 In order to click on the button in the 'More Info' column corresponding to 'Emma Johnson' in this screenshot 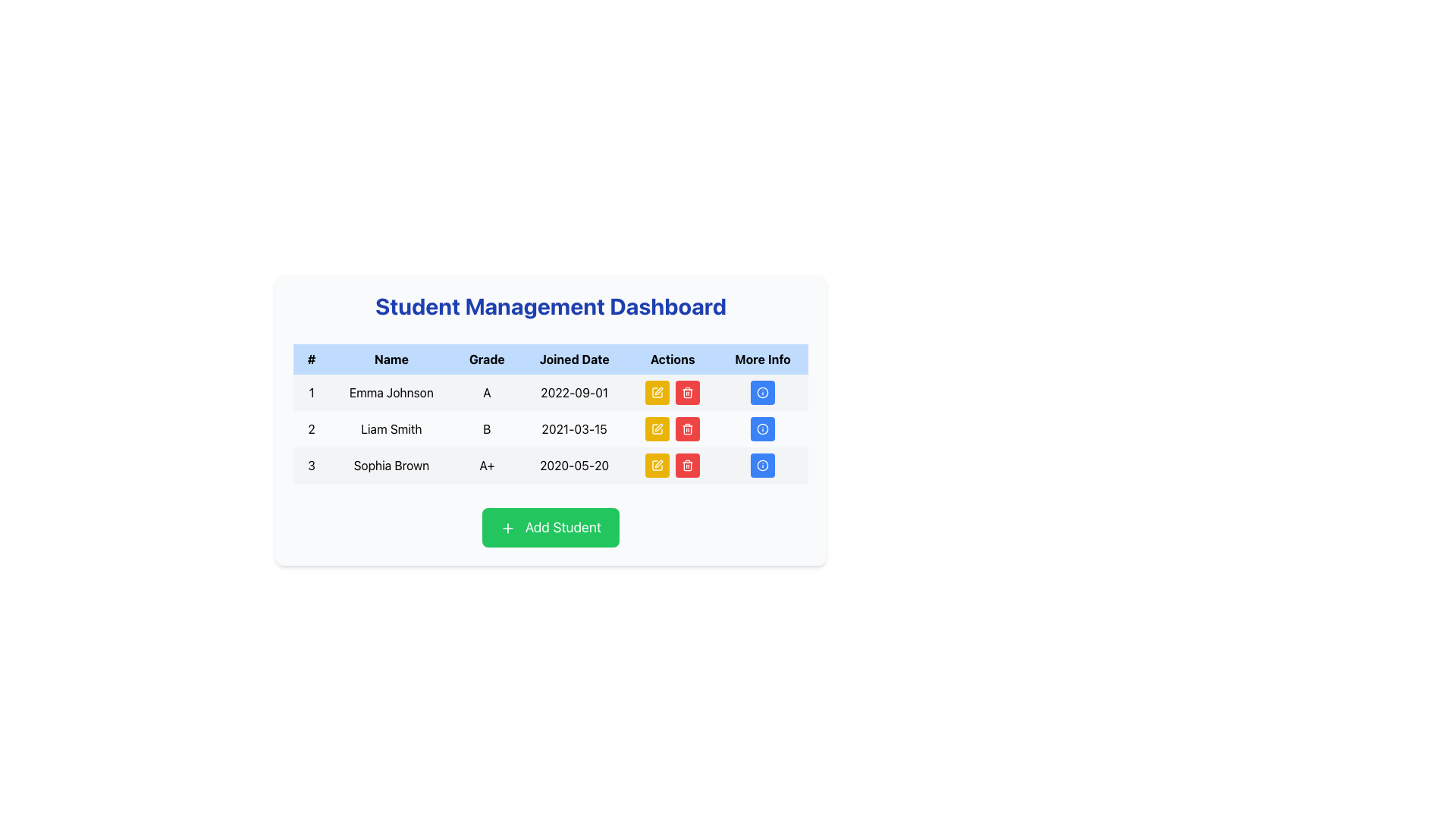, I will do `click(763, 391)`.